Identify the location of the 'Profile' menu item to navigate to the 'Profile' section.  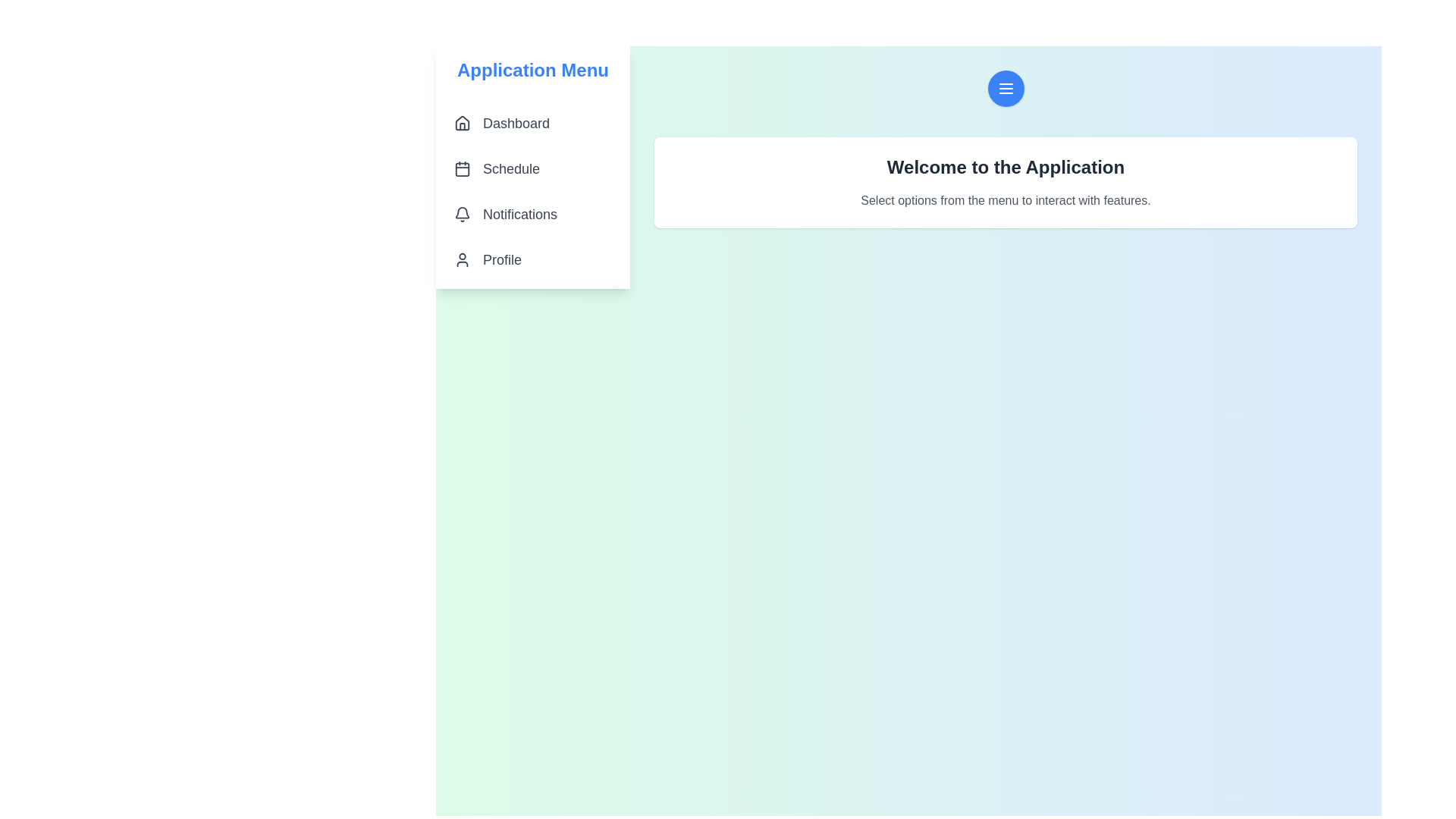
(532, 259).